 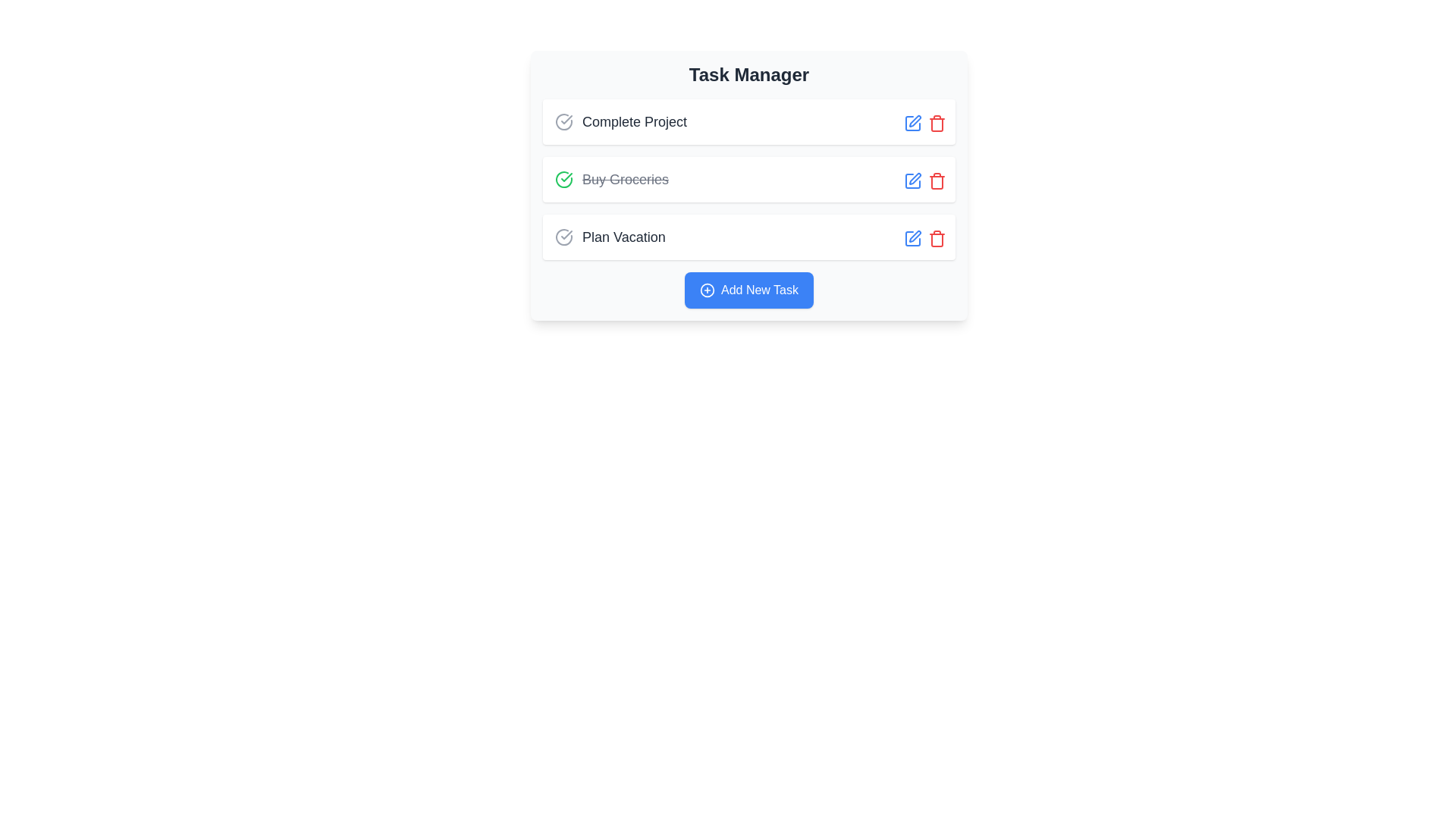 I want to click on the completed task description text label that is styled with a strikethrough and located to the right of a green checkmark icon in the task management system, so click(x=626, y=178).